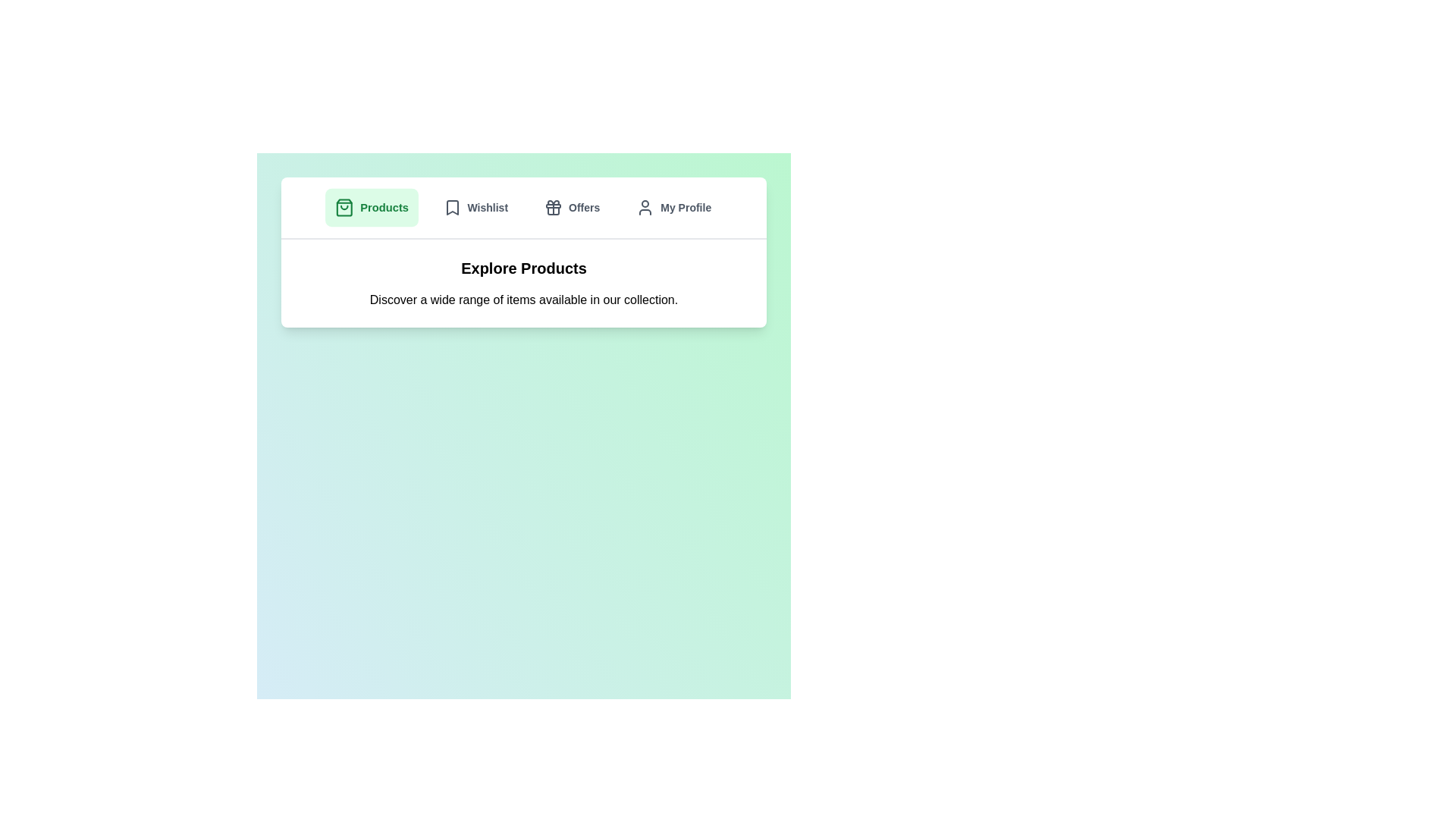 The height and width of the screenshot is (819, 1456). Describe the element at coordinates (451, 207) in the screenshot. I see `the bookmark-shaped icon in the horizontal navigation bar` at that location.